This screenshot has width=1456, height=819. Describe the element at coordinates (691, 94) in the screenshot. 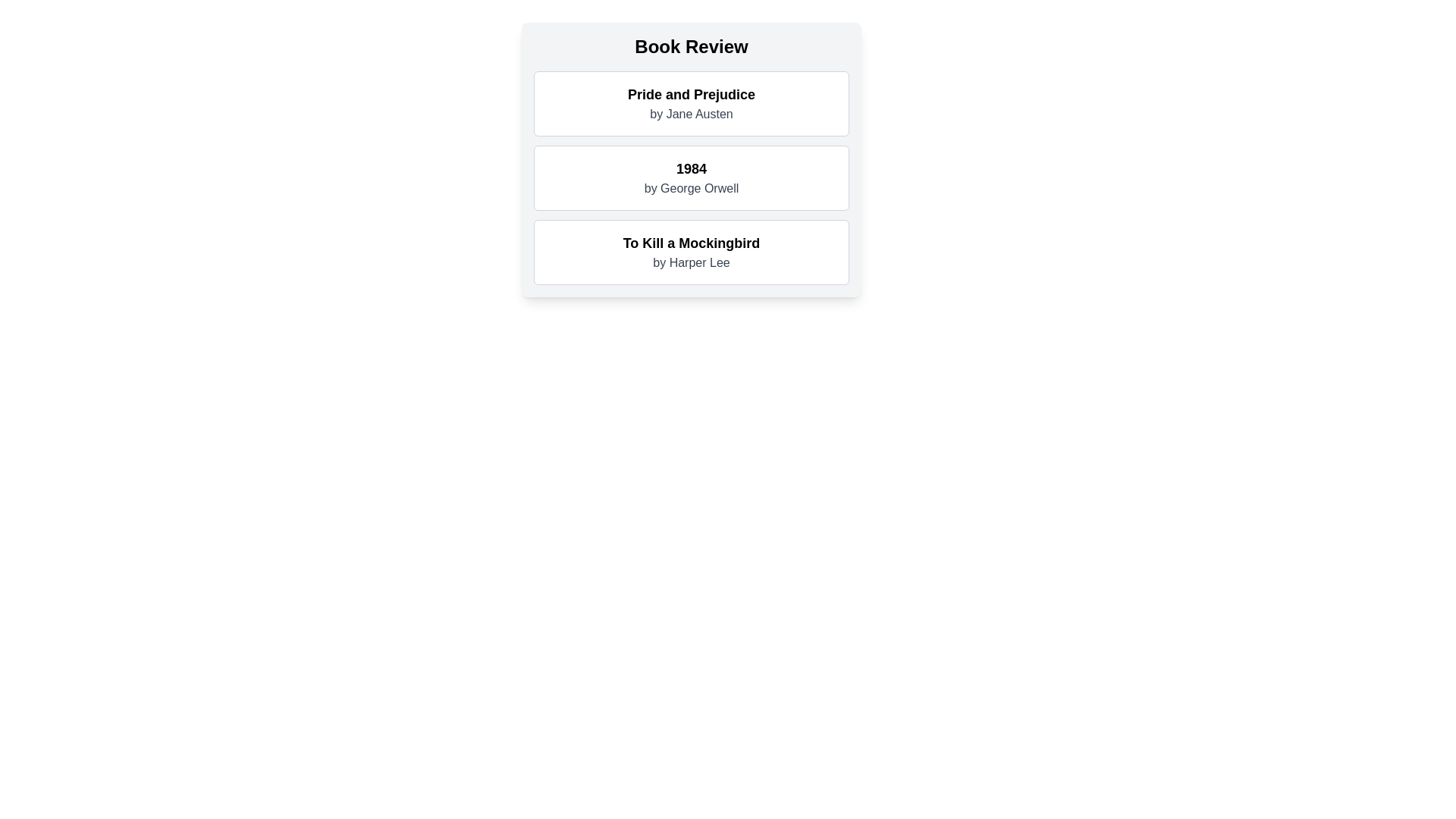

I see `title text label of the book located at the upper region of the first card in the vertical list of book entries, positioned above the author's name` at that location.